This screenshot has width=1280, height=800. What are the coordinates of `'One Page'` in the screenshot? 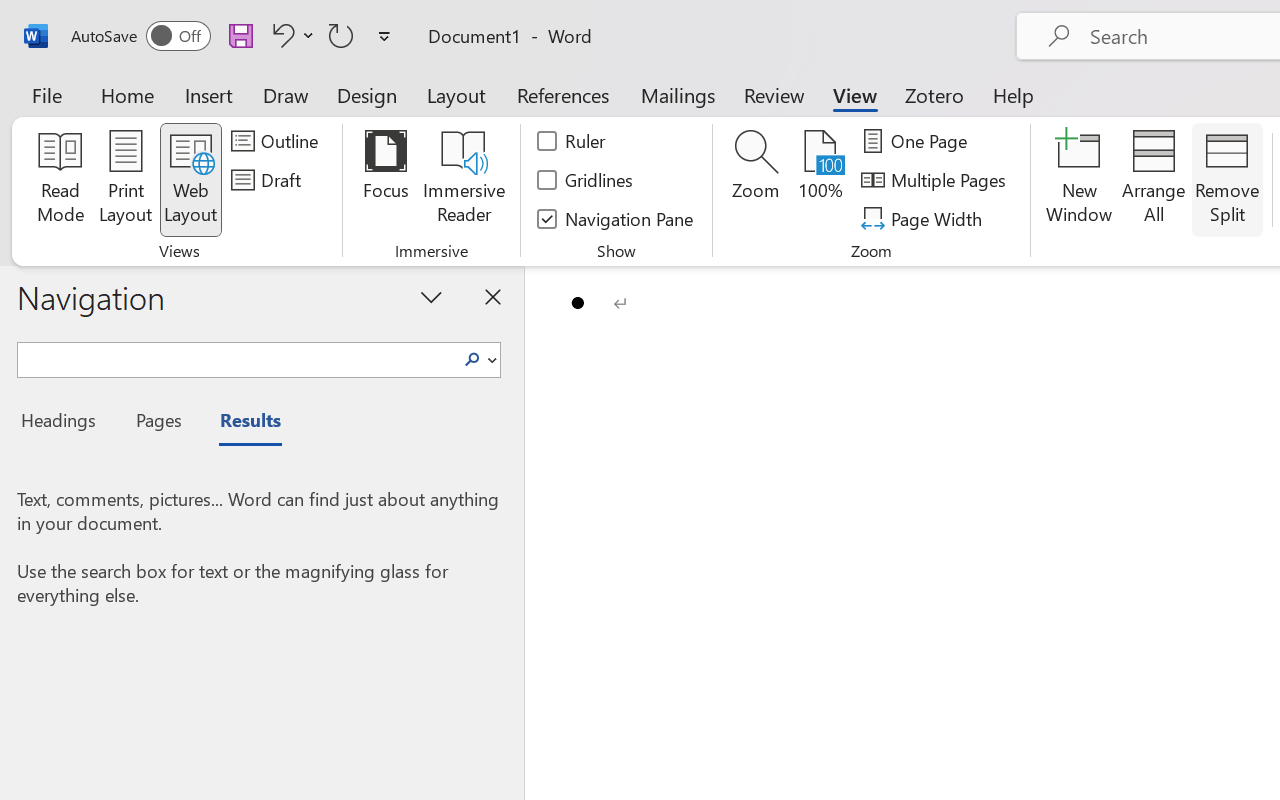 It's located at (916, 141).